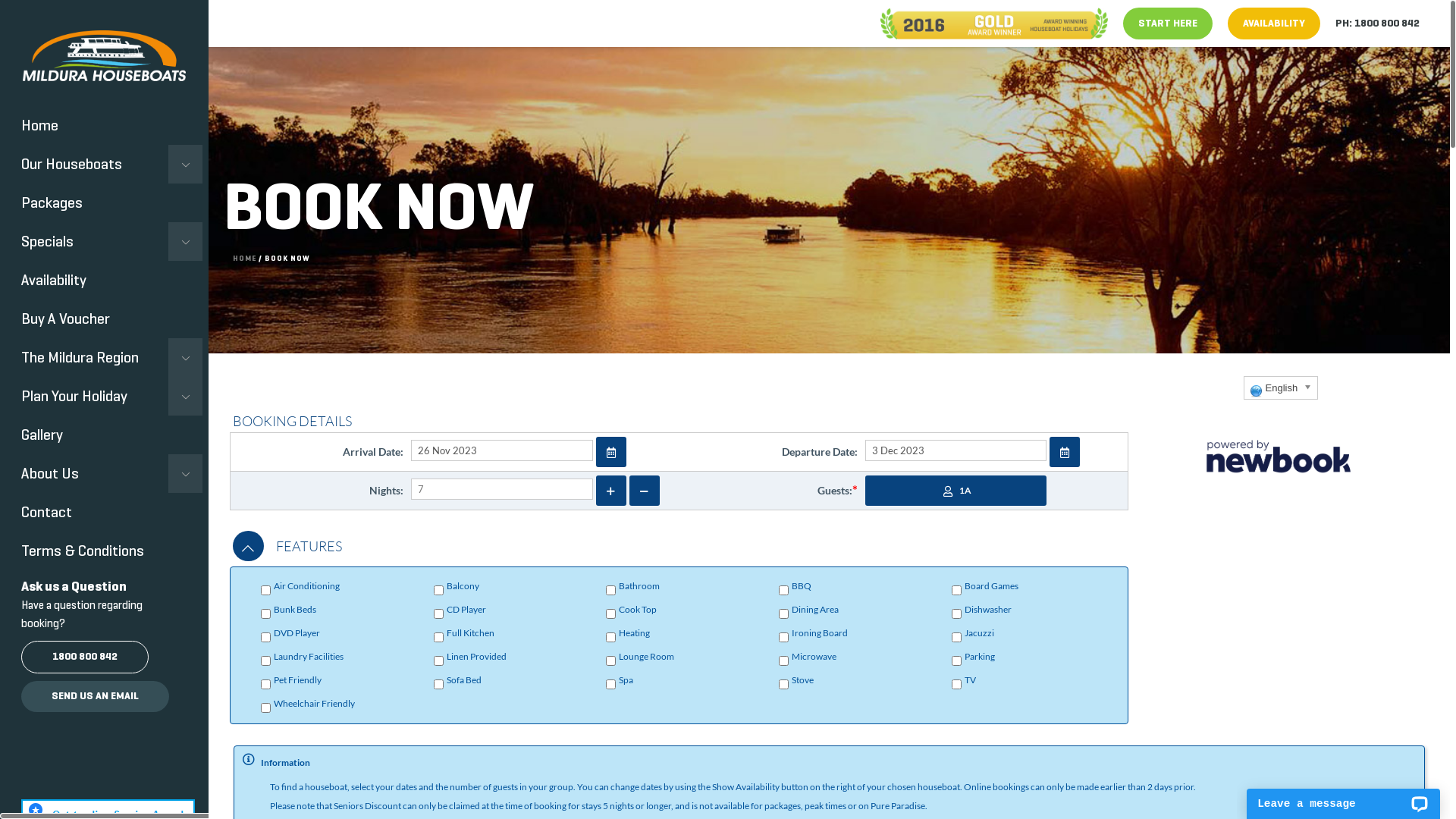  What do you see at coordinates (100, 472) in the screenshot?
I see `'About Us'` at bounding box center [100, 472].